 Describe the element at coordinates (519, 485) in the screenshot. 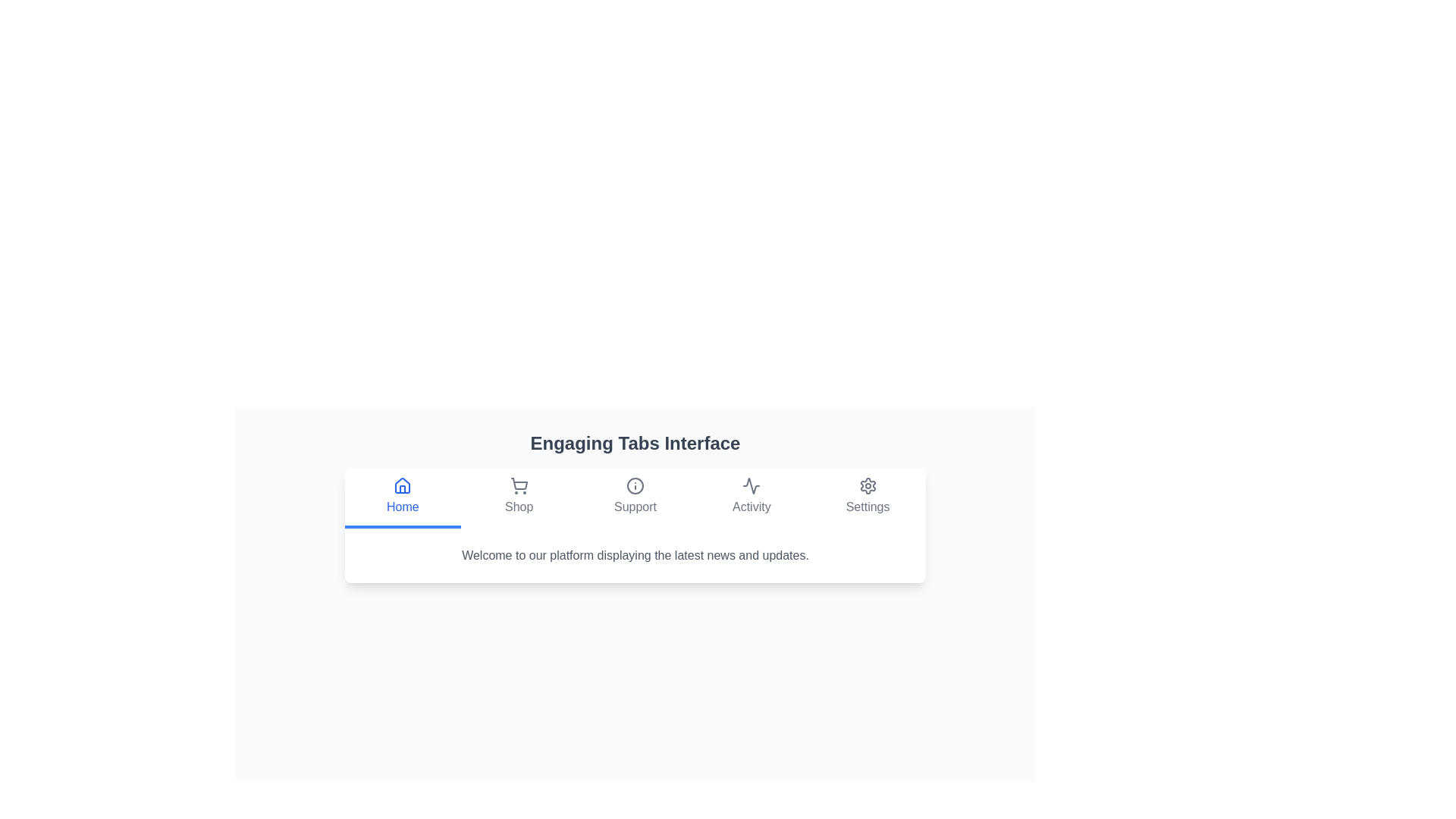

I see `the shopping cart icon located at the top center of the 'Shop' tab, which features a minimalistic outline design with clean lines and rounded edges` at that location.